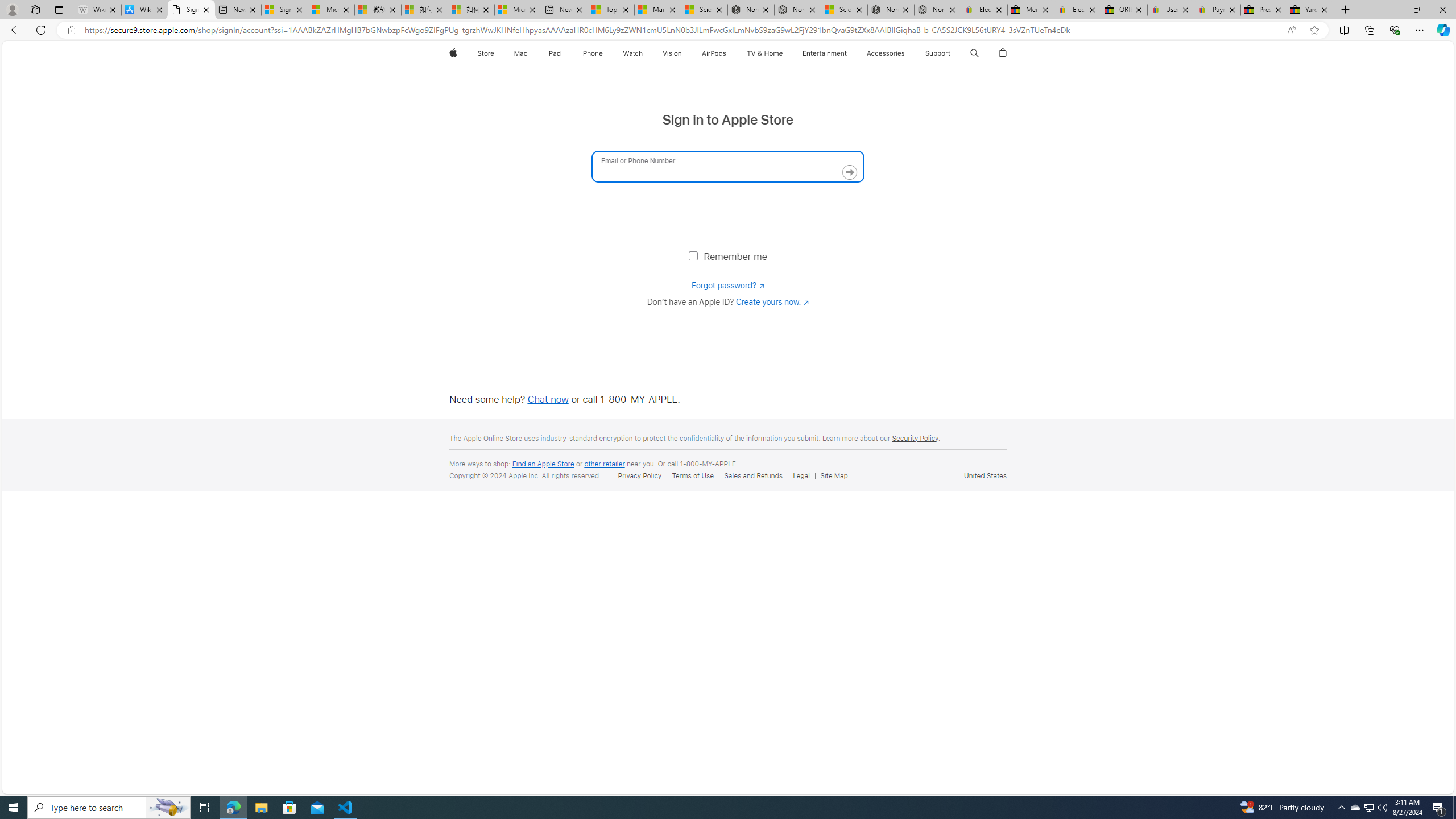  I want to click on 'iPhone', so click(591, 53).